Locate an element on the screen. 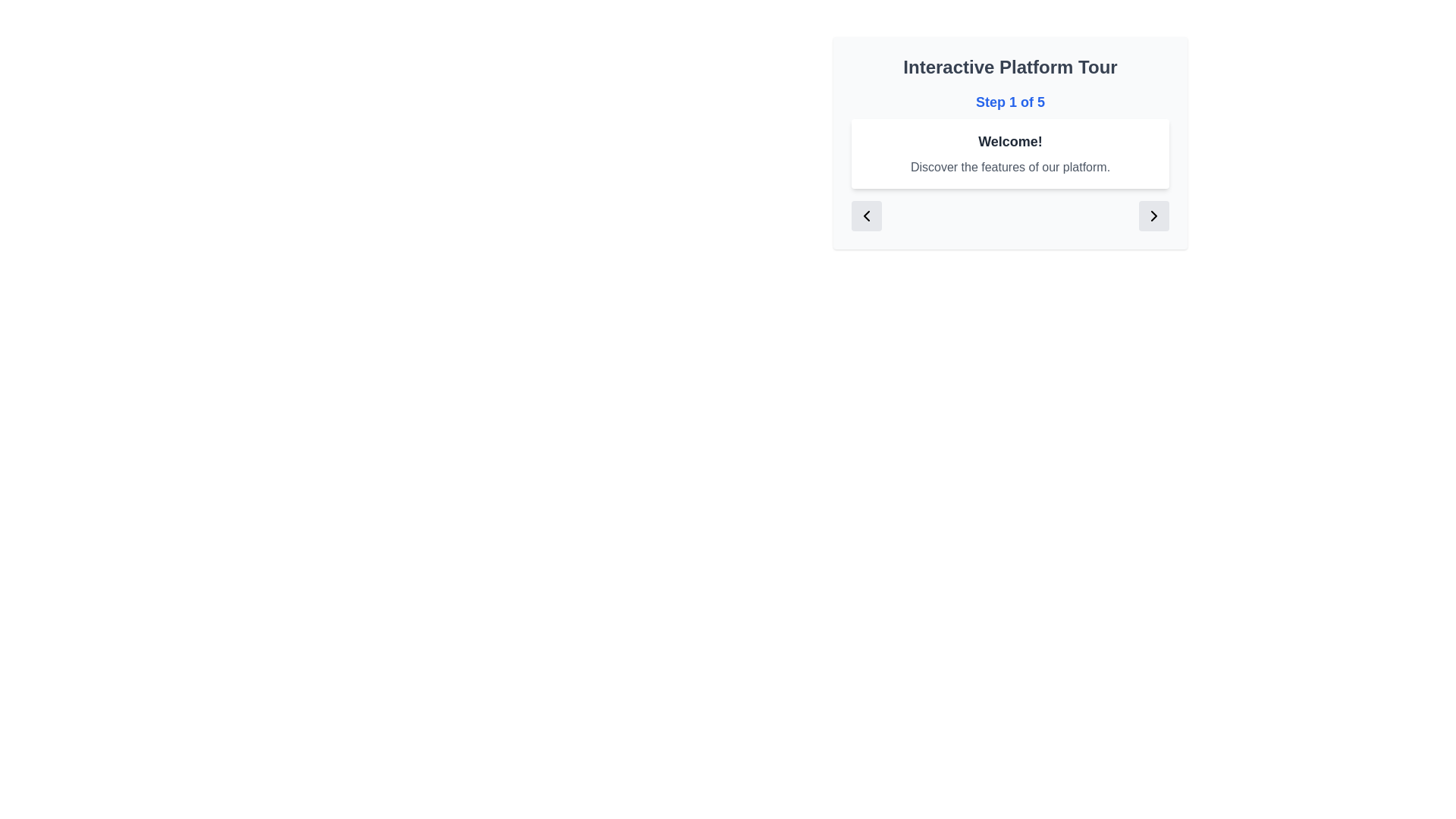 Image resolution: width=1456 pixels, height=819 pixels. the left chevron navigation icon located in the footer section of the 'Interactive Platform Tour' dialog box is located at coordinates (866, 216).